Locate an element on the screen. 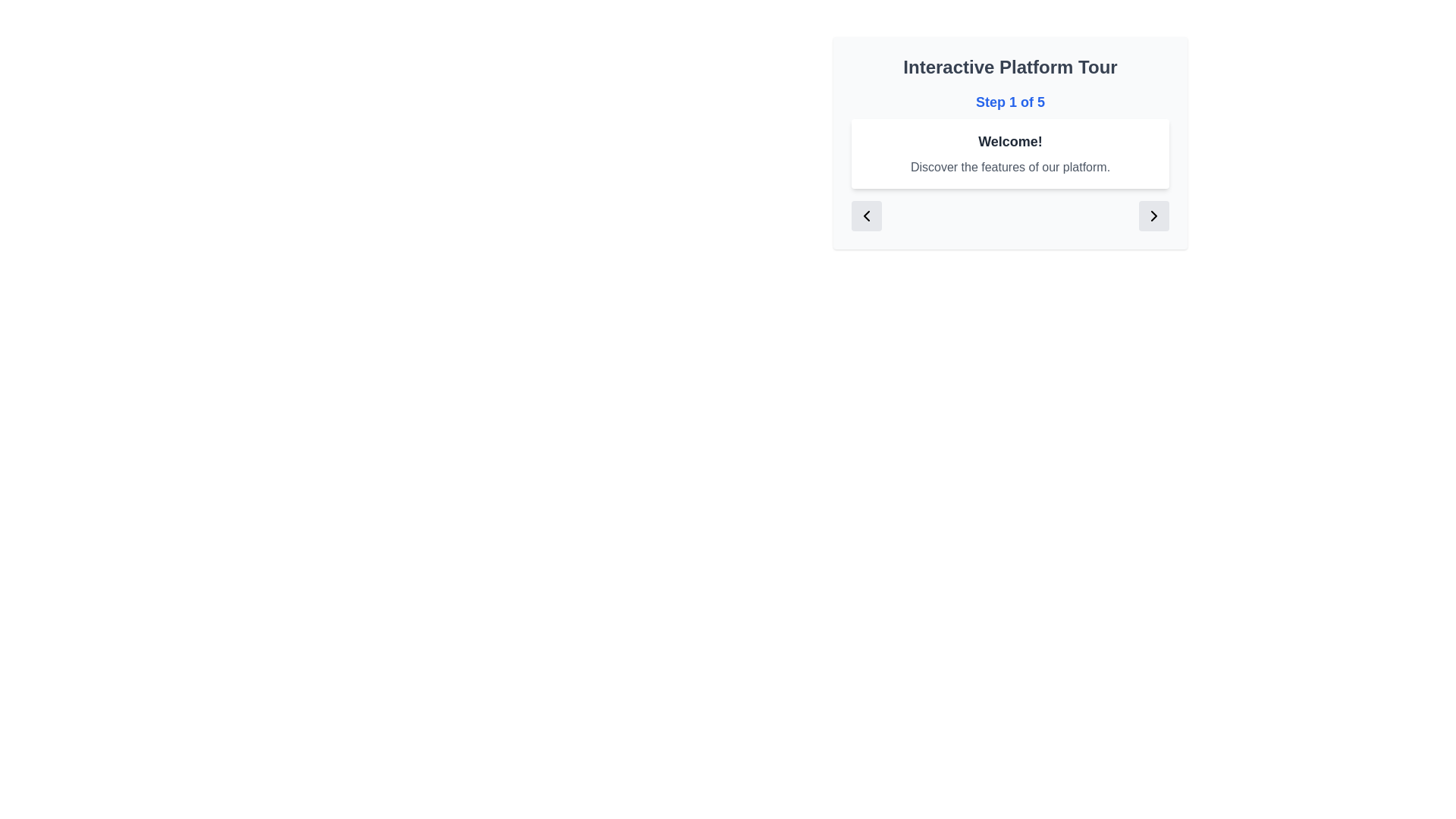 Image resolution: width=1456 pixels, height=819 pixels. the left chevron navigation icon located in the footer section of the 'Interactive Platform Tour' dialog box is located at coordinates (866, 216).